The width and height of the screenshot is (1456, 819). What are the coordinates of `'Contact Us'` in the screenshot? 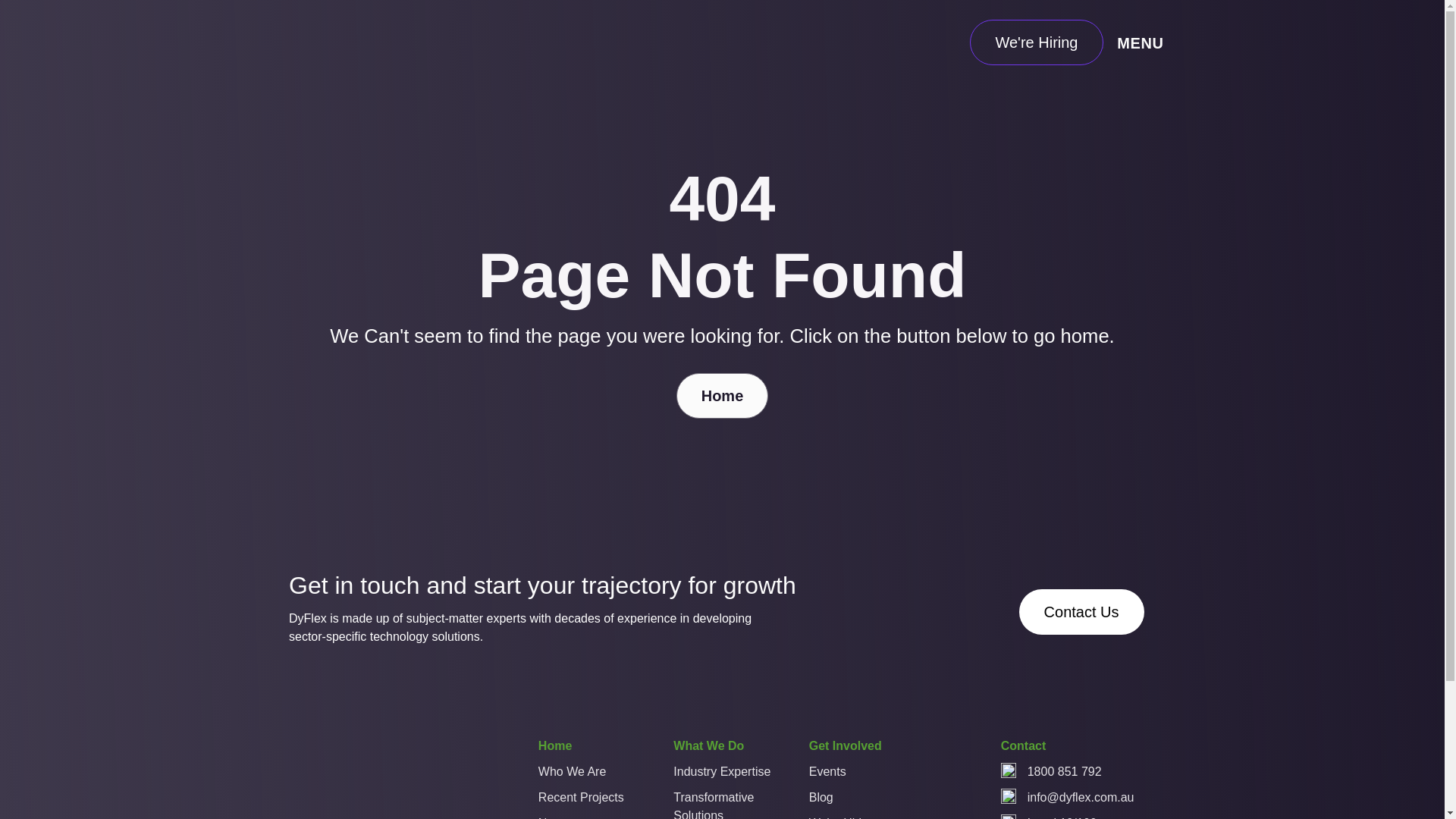 It's located at (1081, 610).